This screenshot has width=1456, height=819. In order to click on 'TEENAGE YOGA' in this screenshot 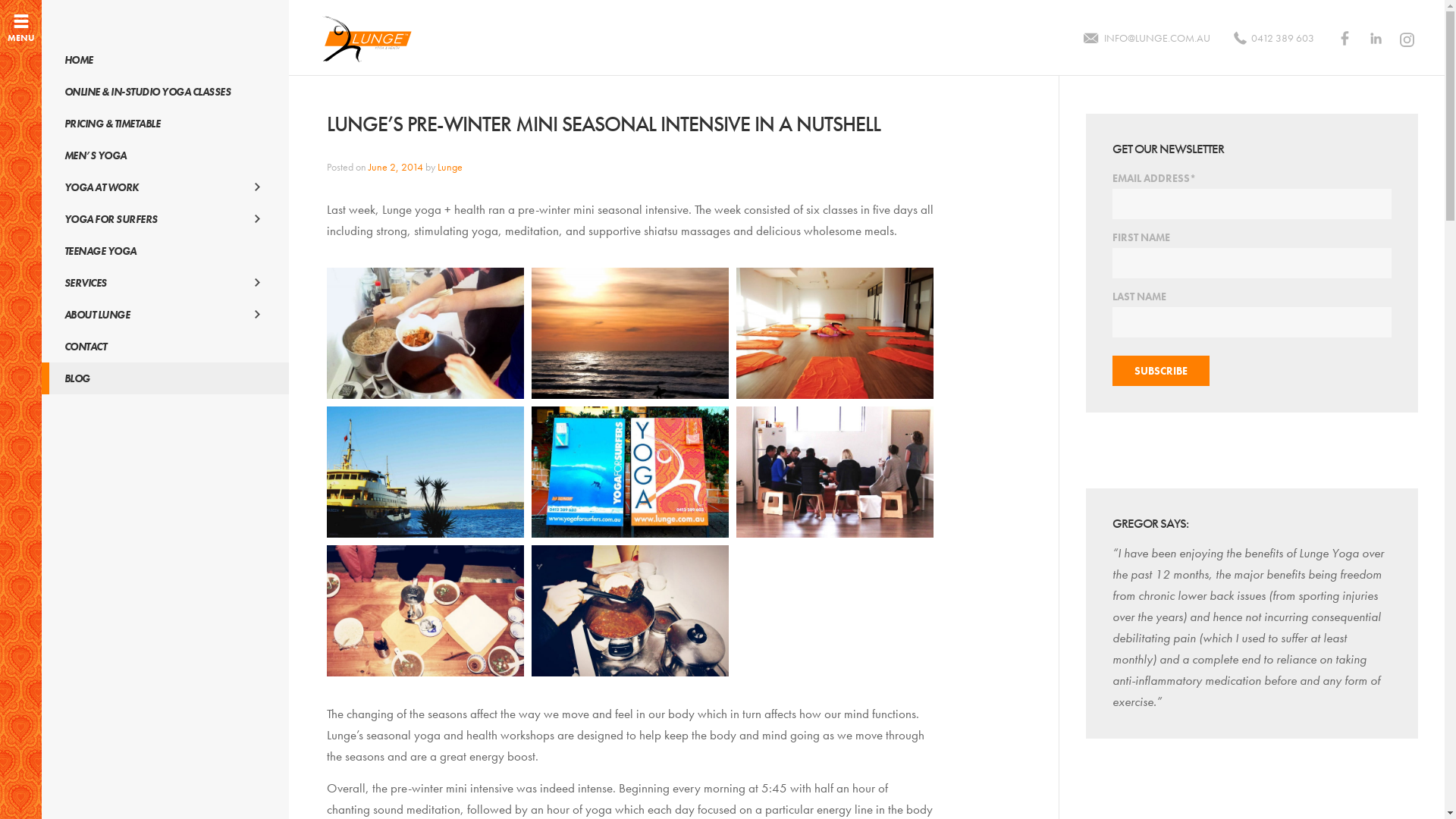, I will do `click(165, 250)`.